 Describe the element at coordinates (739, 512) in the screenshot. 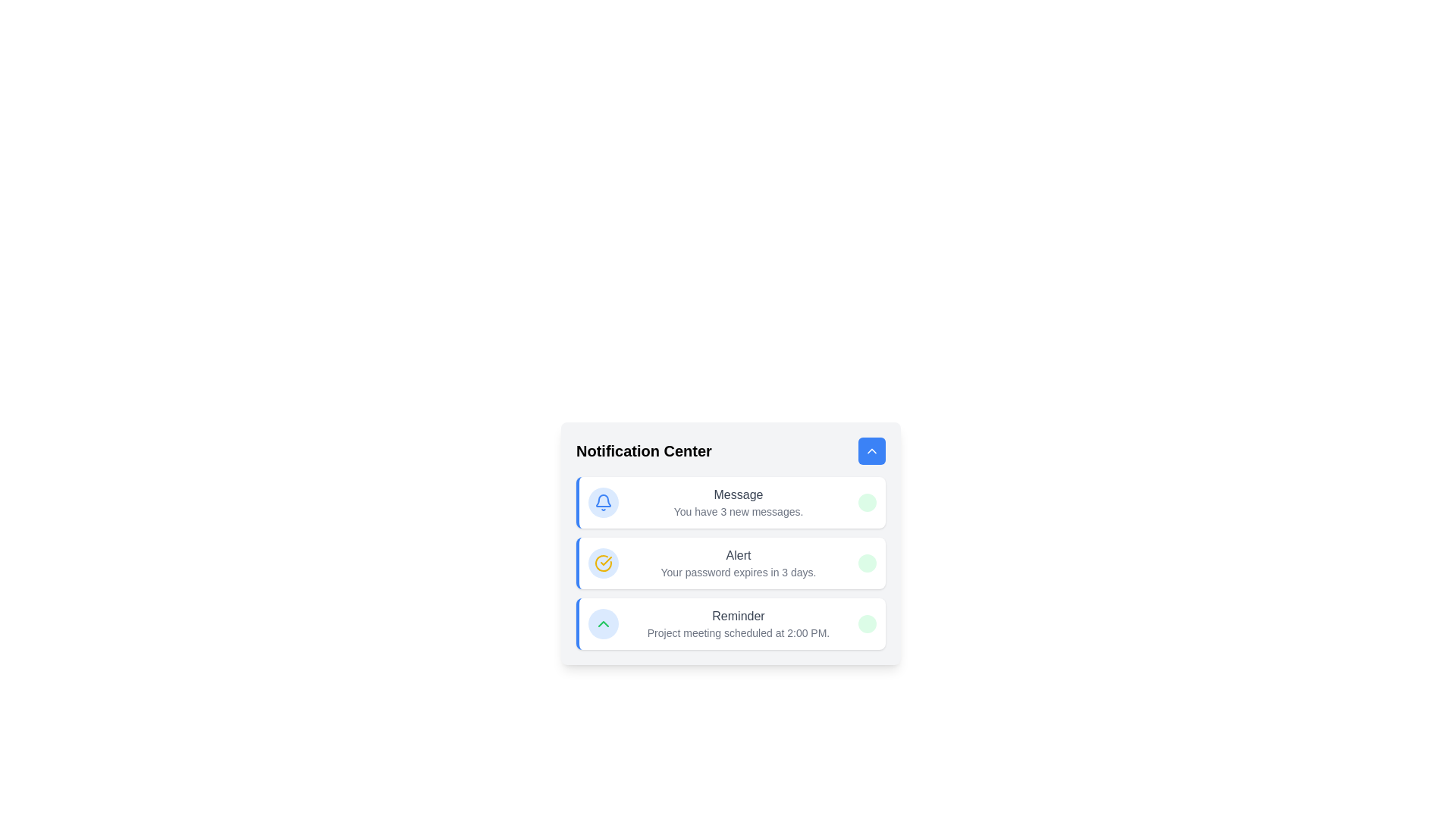

I see `the label that displays the count of new messages, positioned below the bold 'Message' label within the notification card` at that location.